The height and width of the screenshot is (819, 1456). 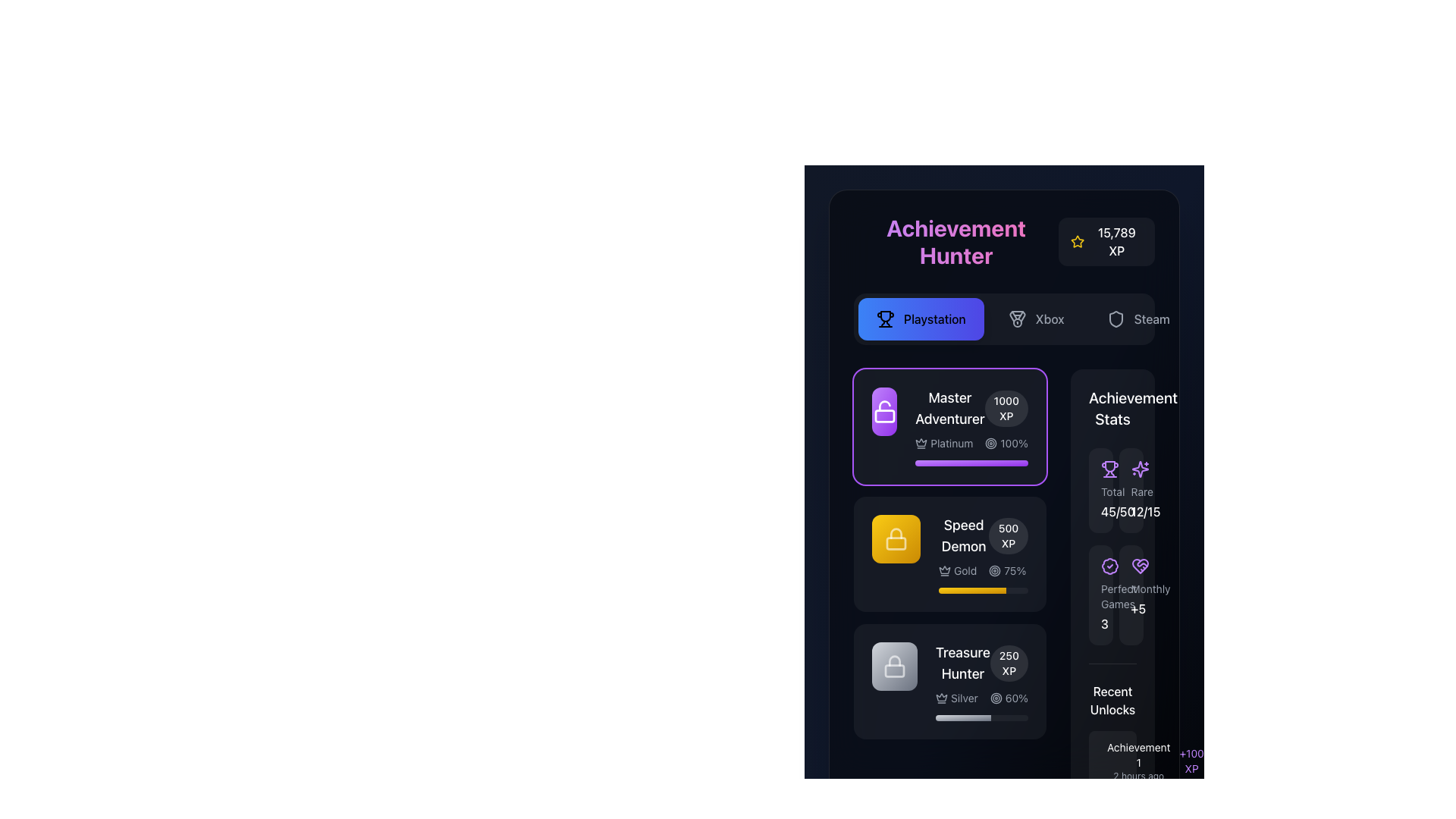 I want to click on the decorative part of the lock icon representing the 'Treasure Hunter' achievement card, located at the bottom section of the lock, centered within the icon, so click(x=895, y=670).